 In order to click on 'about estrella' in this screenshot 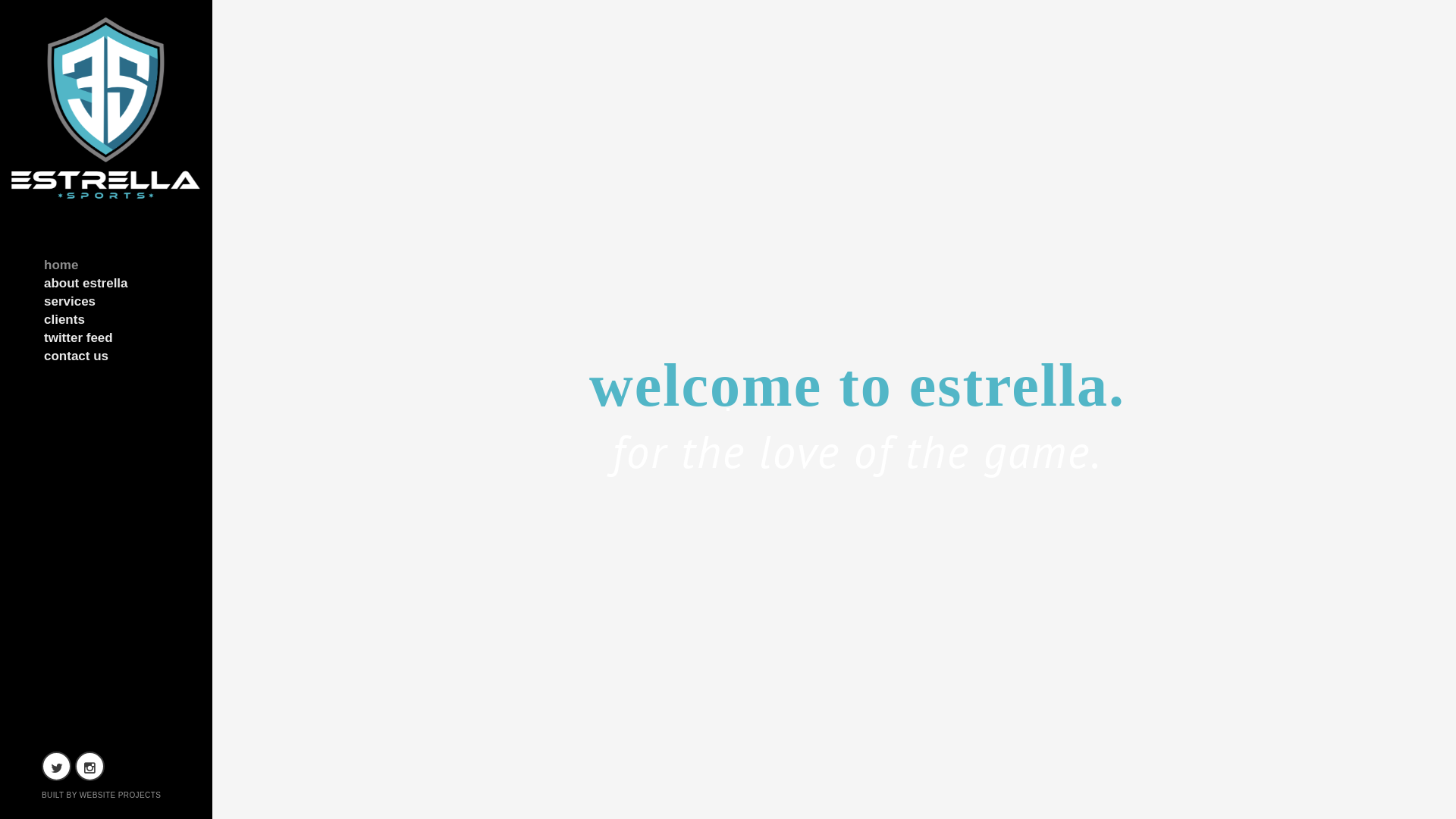, I will do `click(106, 287)`.